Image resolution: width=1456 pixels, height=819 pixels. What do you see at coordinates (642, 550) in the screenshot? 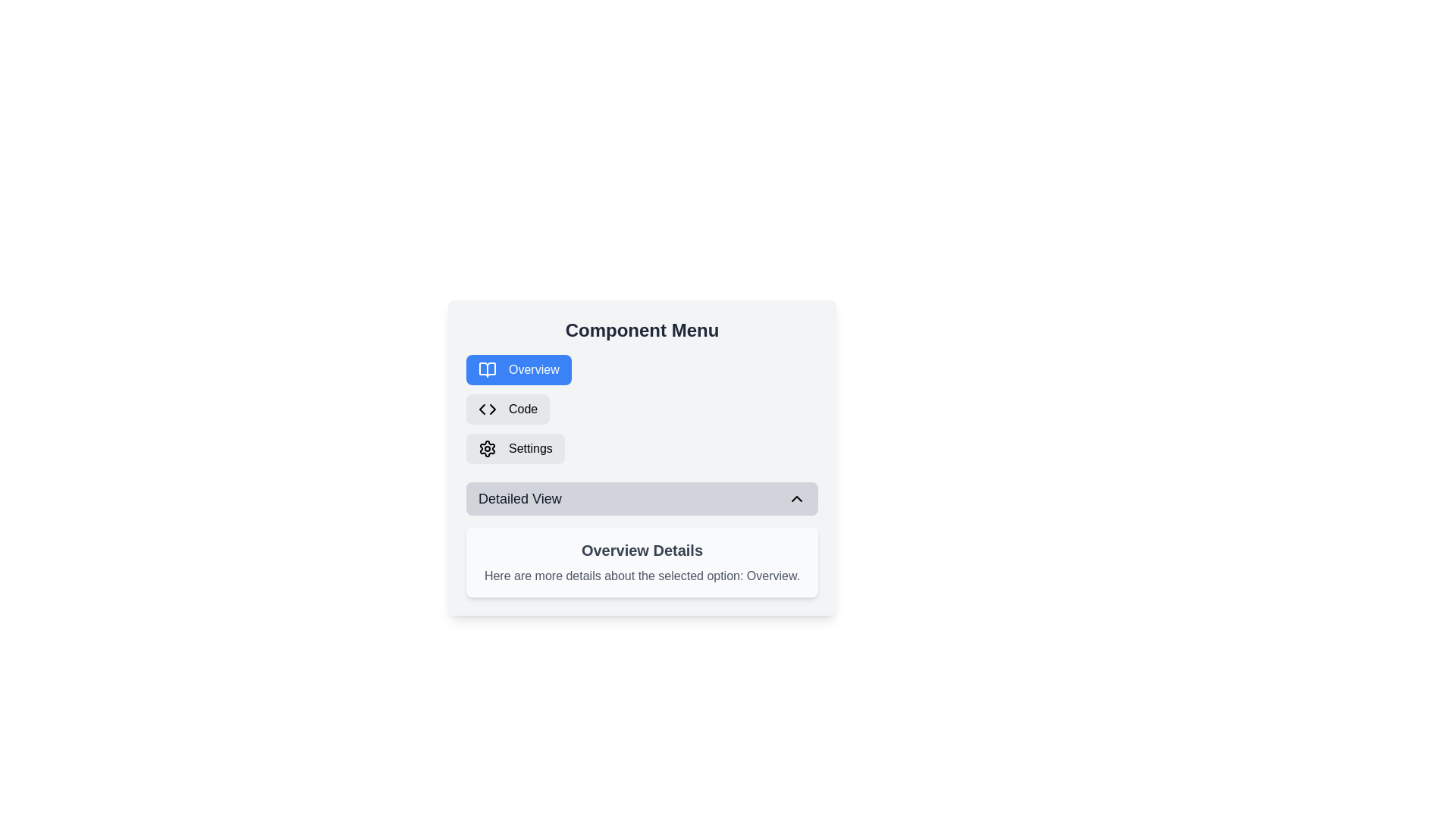
I see `the text label that serves as the header for detailed information in the 'Detailed View' section of the interface` at bounding box center [642, 550].